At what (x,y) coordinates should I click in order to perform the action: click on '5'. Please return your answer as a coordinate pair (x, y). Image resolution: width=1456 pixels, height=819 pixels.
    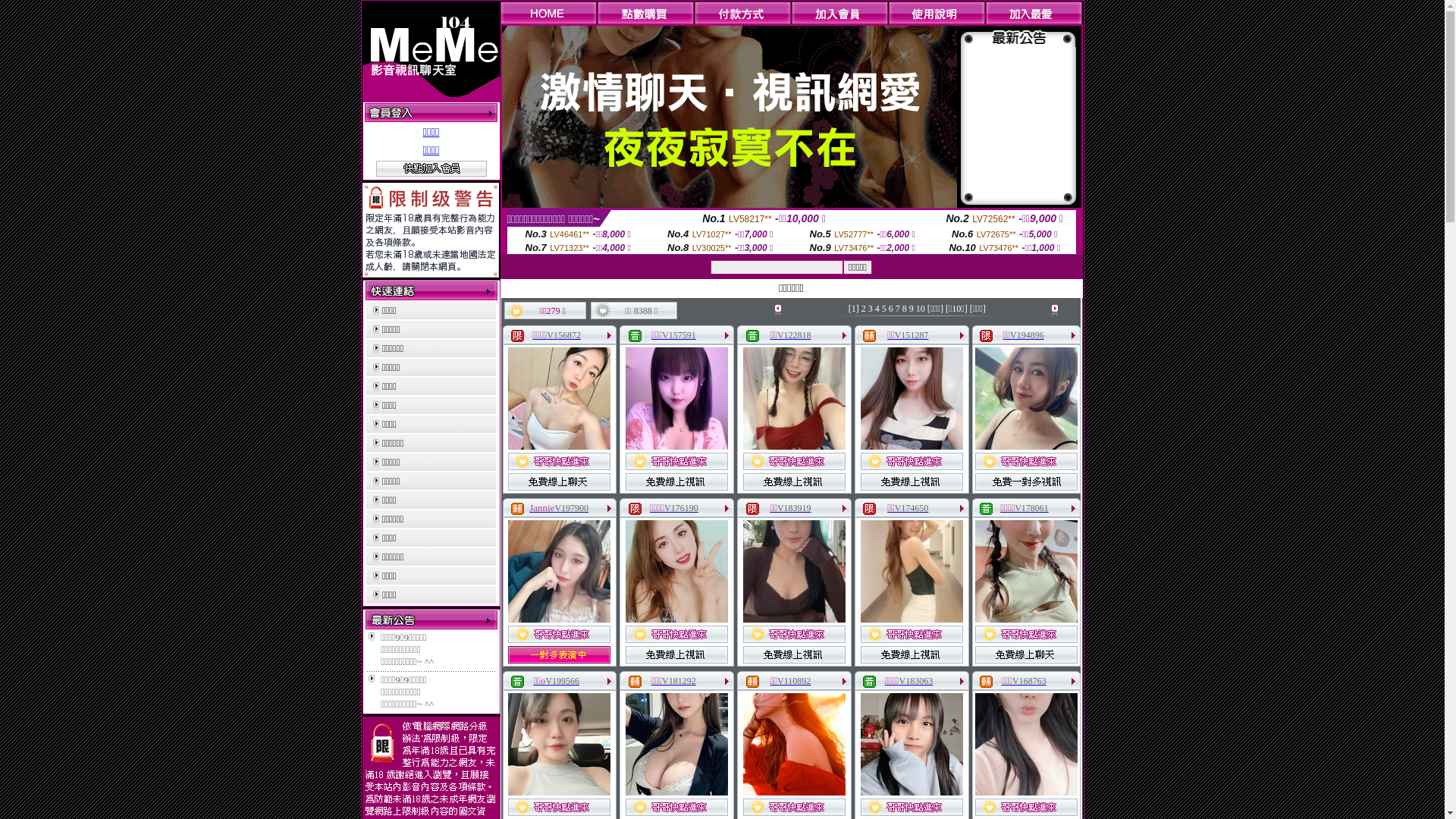
    Looking at the image, I should click on (884, 308).